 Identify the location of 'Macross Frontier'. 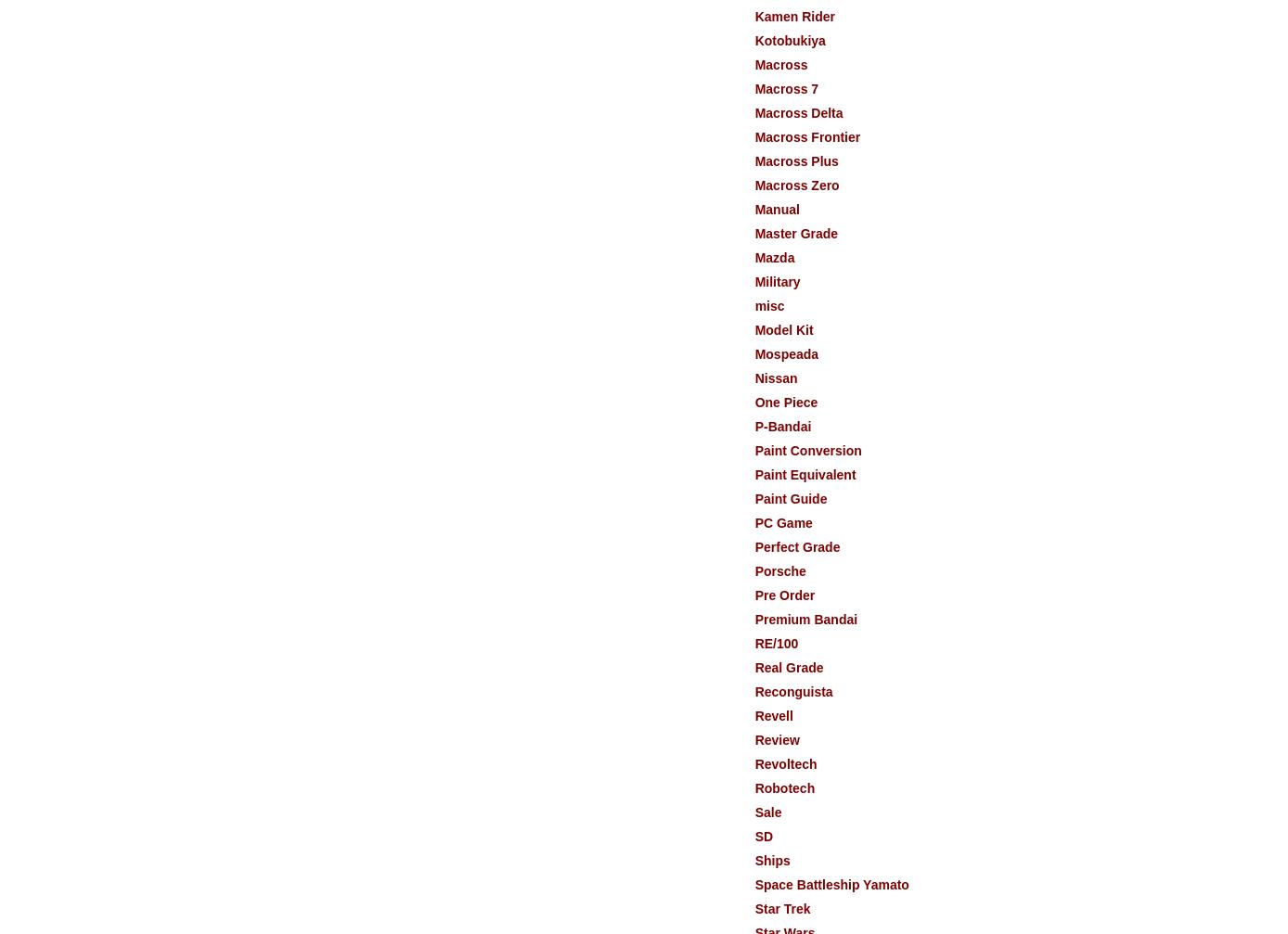
(753, 137).